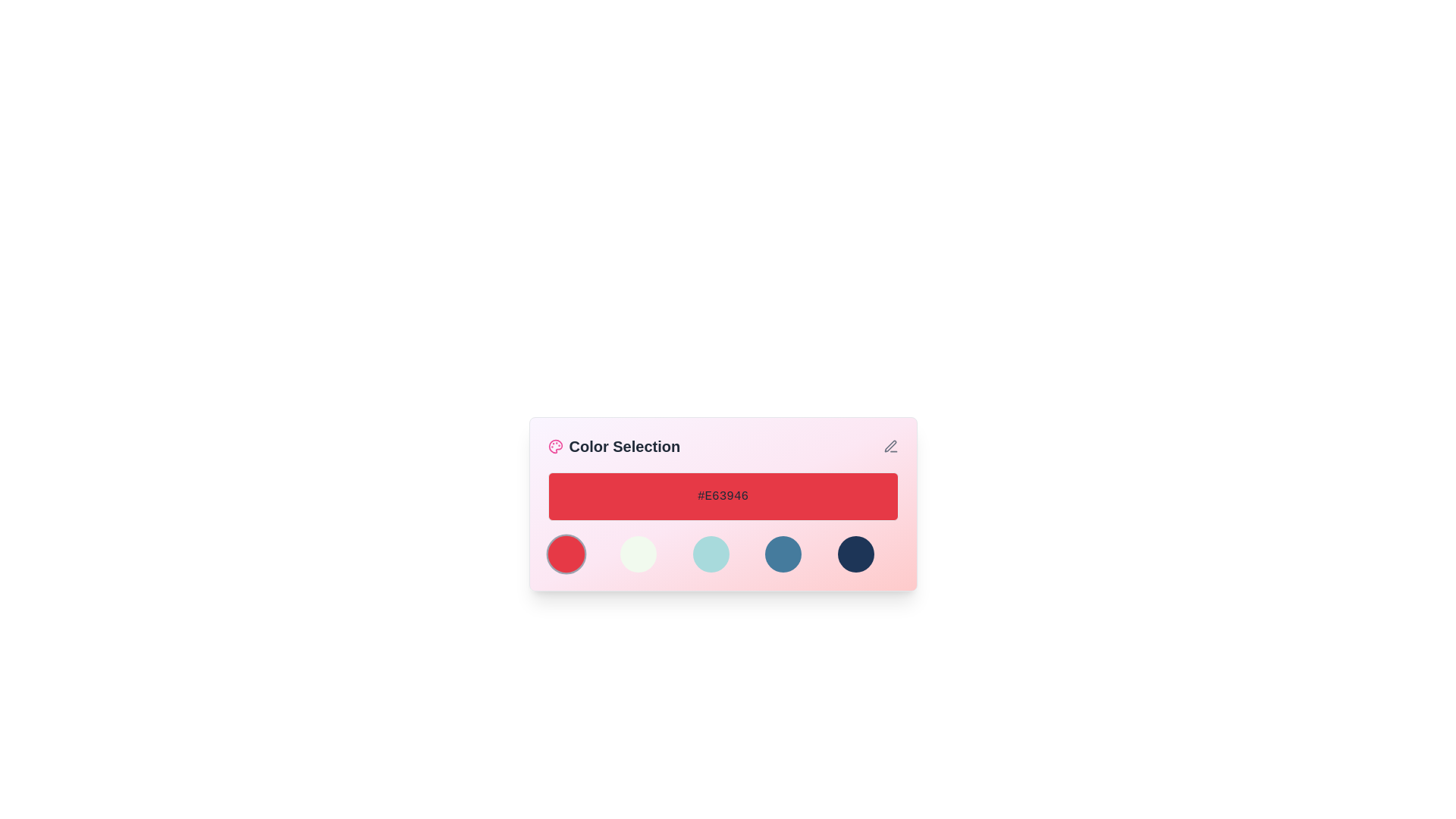 The height and width of the screenshot is (819, 1456). Describe the element at coordinates (783, 554) in the screenshot. I see `the fourth circular color selection button` at that location.